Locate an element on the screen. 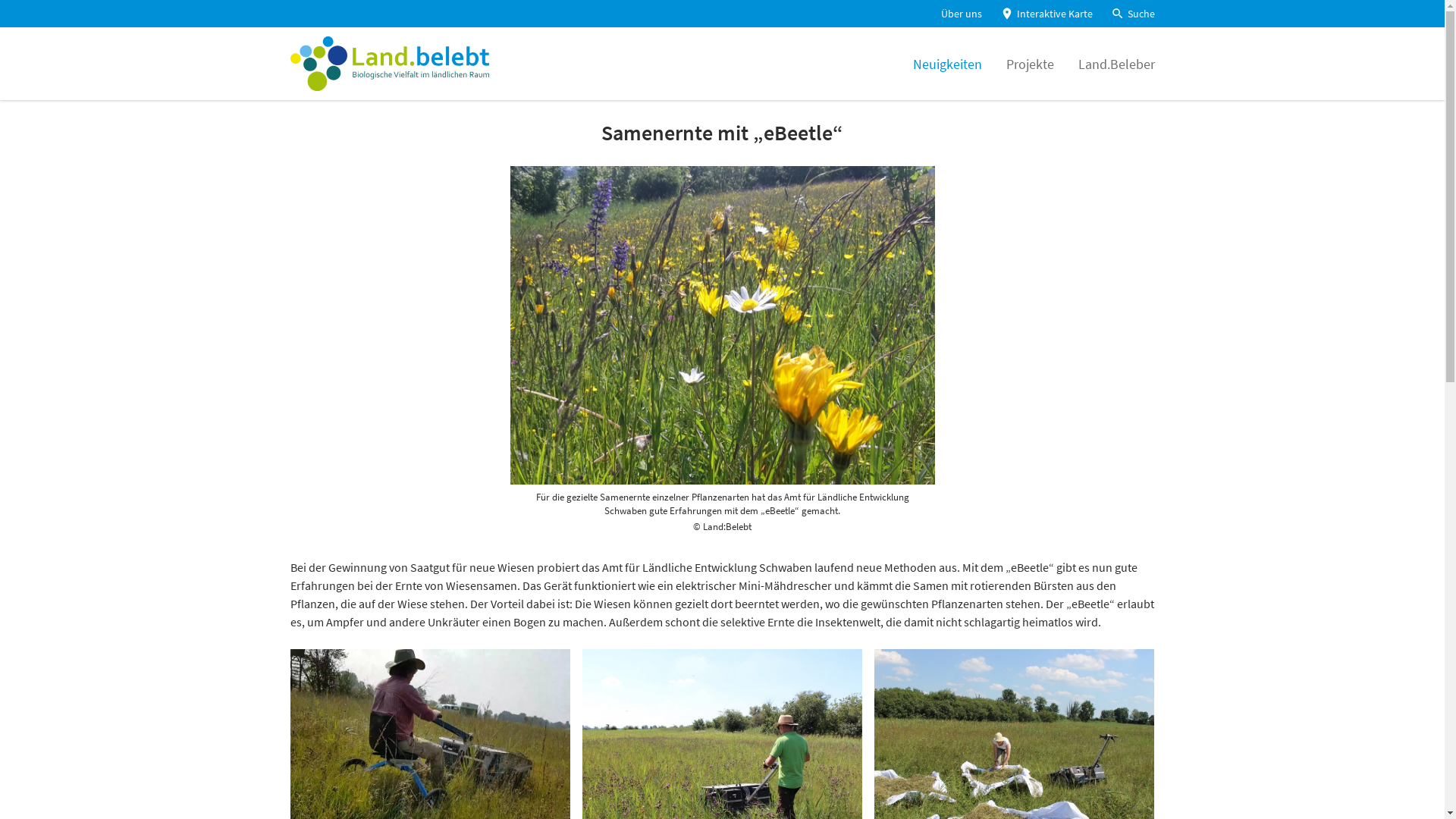  'Suche' is located at coordinates (1131, 14).